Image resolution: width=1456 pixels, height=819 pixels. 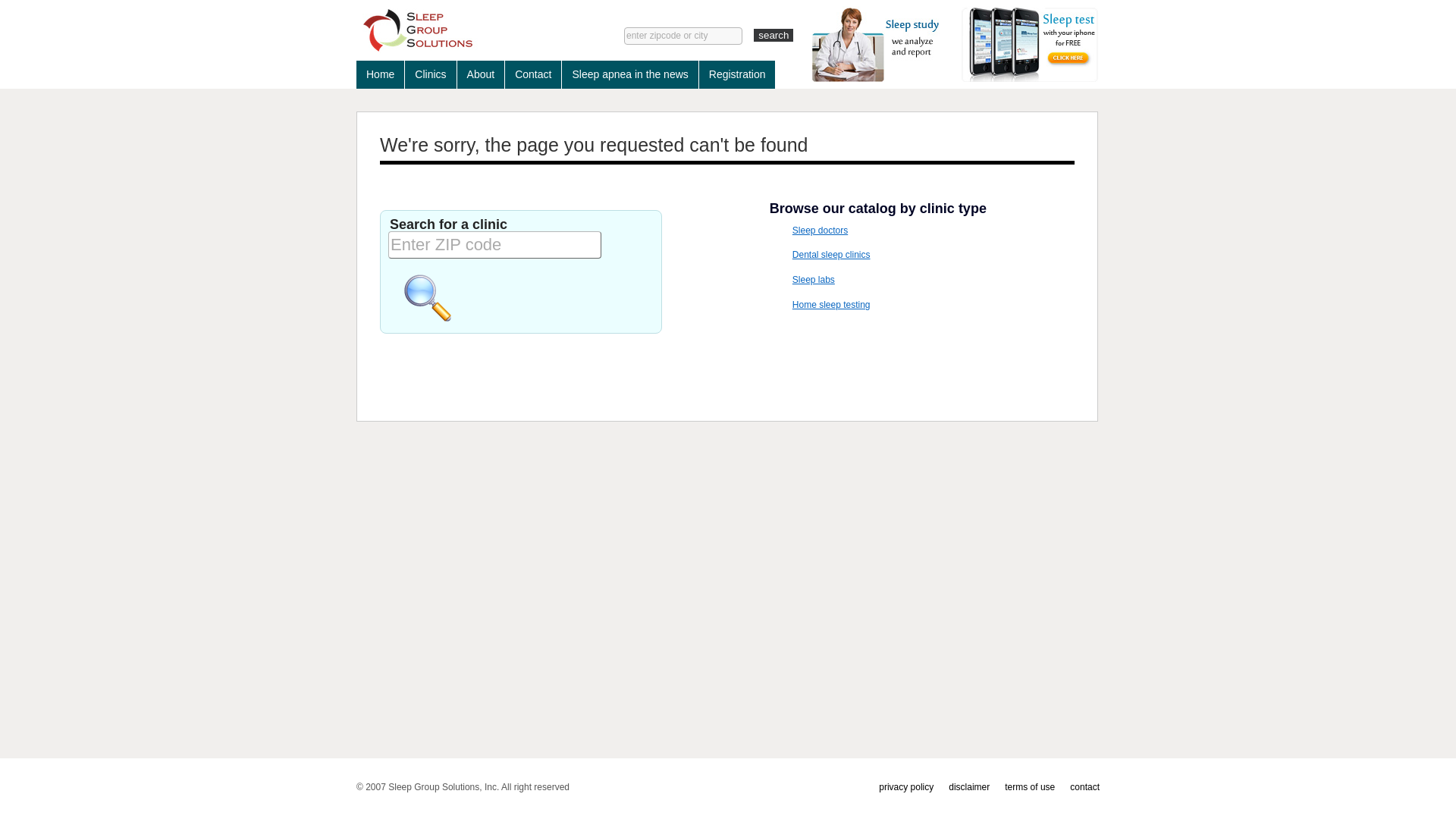 I want to click on 'Sleep apnea in the news', so click(x=629, y=74).